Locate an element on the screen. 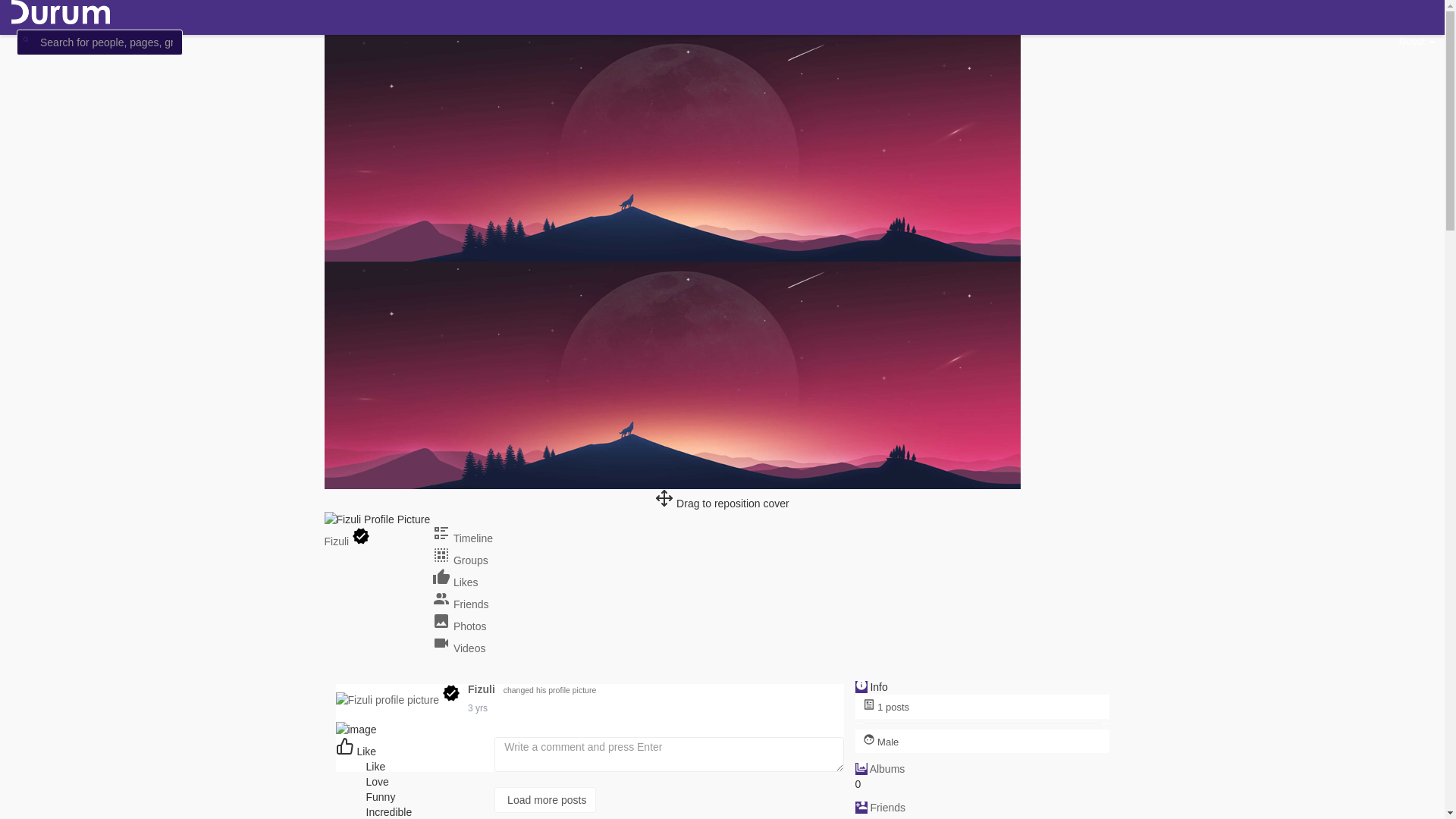 The width and height of the screenshot is (1456, 819). 'Photos' is located at coordinates (458, 626).